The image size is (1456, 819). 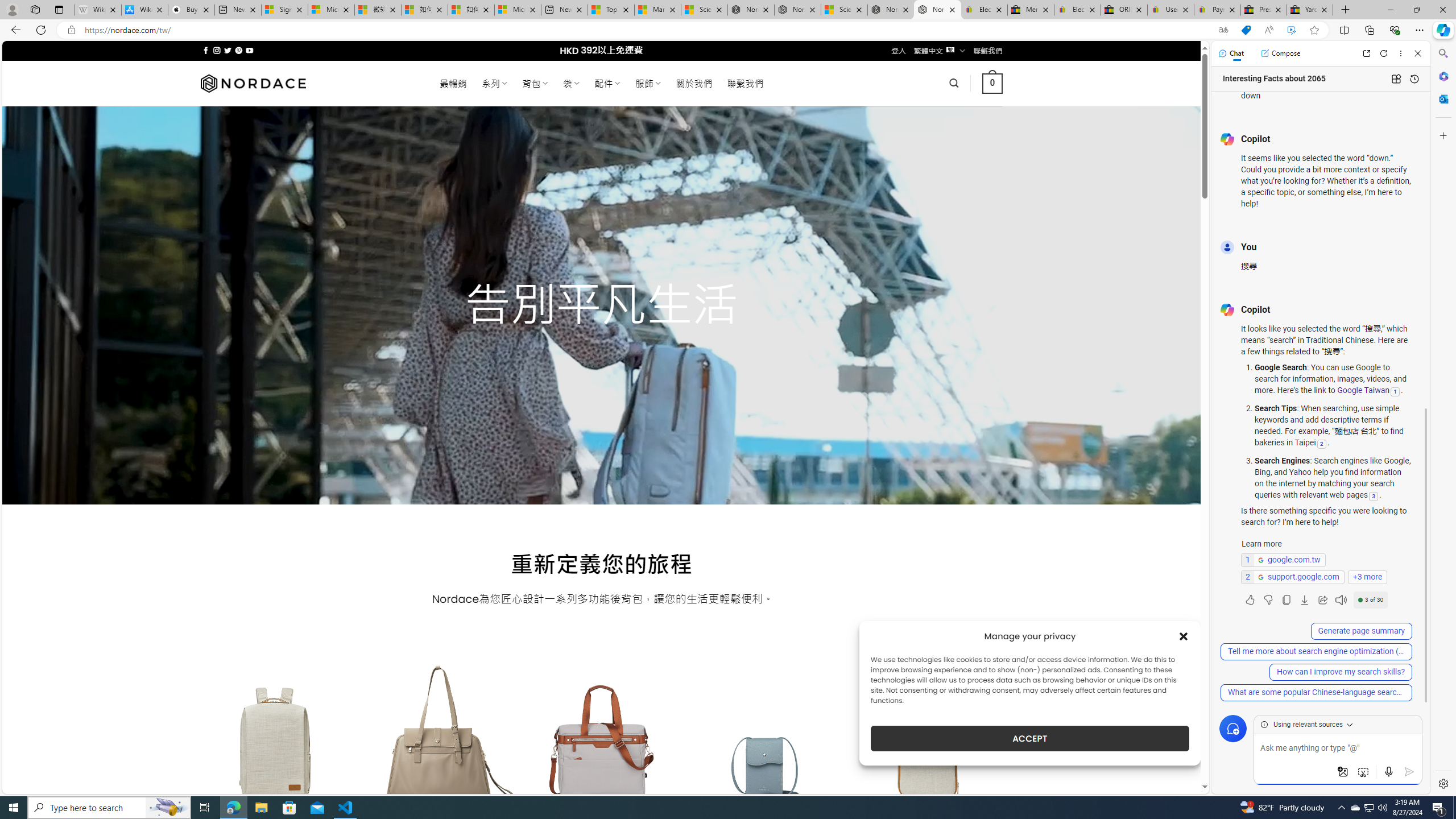 What do you see at coordinates (610, 9) in the screenshot?
I see `'Top Stories - MSN'` at bounding box center [610, 9].